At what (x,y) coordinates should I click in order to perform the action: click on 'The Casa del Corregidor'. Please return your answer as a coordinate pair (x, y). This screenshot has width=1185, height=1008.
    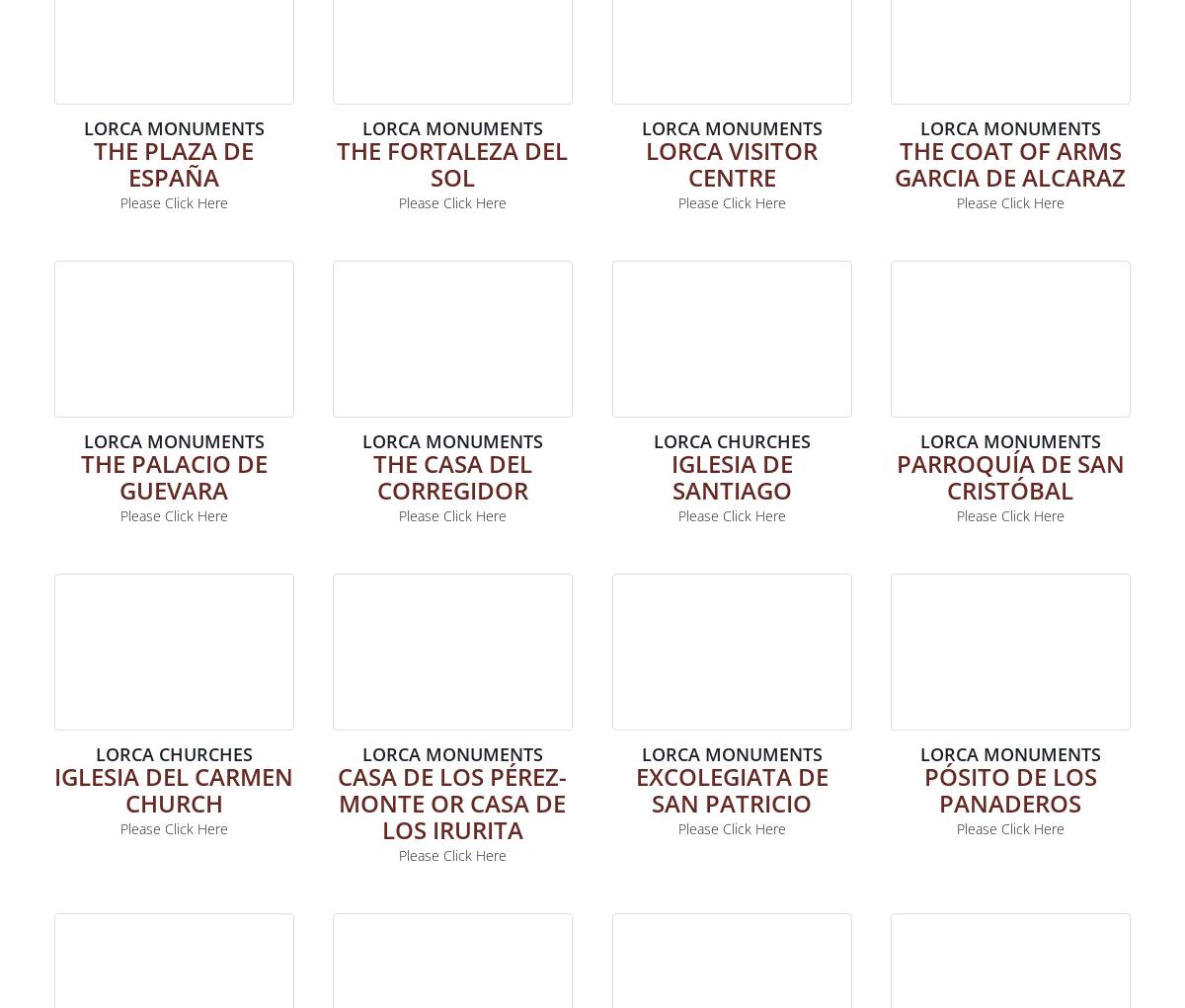
    Looking at the image, I should click on (450, 475).